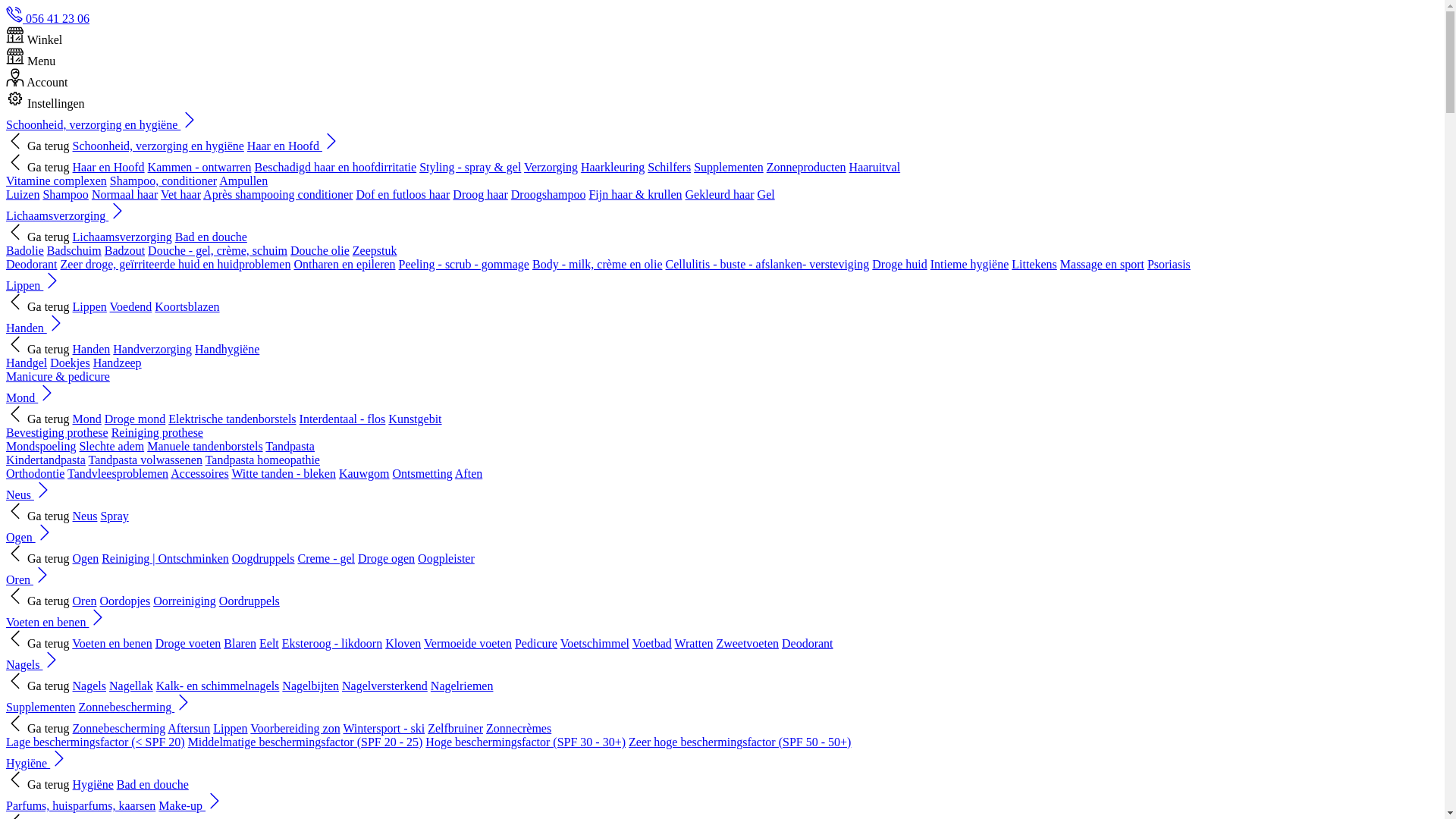 The image size is (1456, 819). Describe the element at coordinates (199, 167) in the screenshot. I see `'Kammen - ontwarren'` at that location.